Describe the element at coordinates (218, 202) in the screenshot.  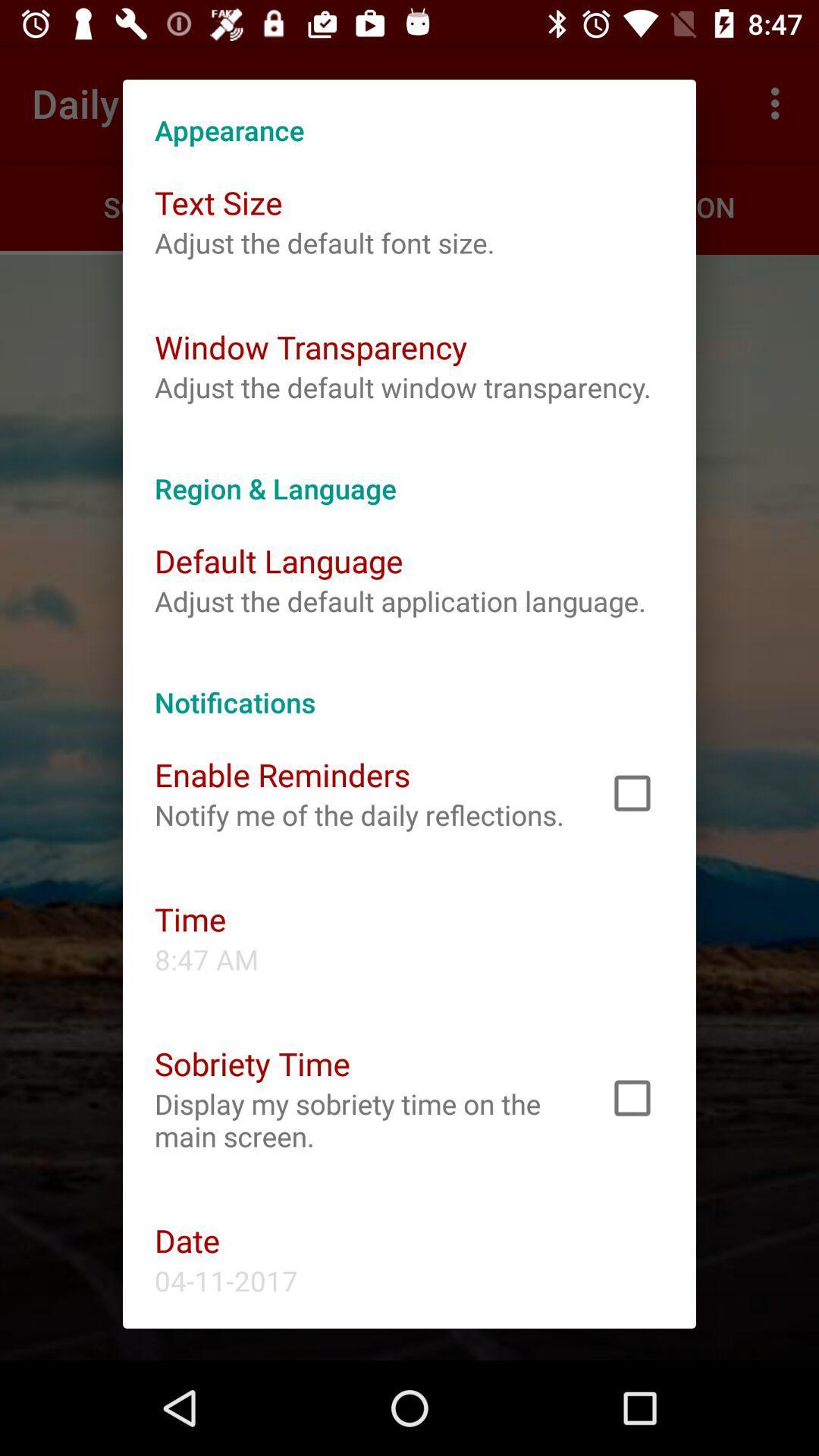
I see `the item below appearance` at that location.